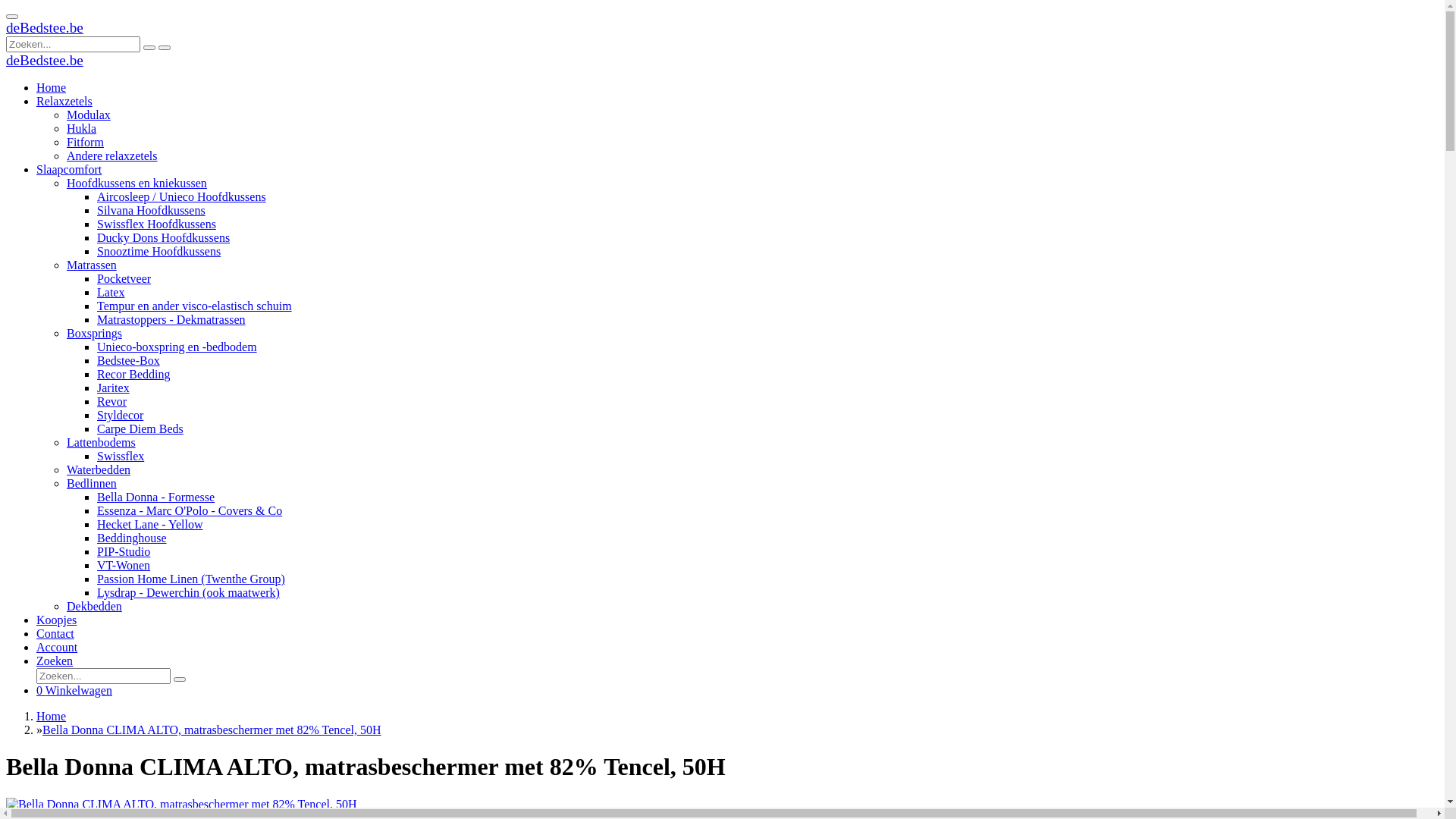 The height and width of the screenshot is (819, 1456). What do you see at coordinates (55, 633) in the screenshot?
I see `'Contact'` at bounding box center [55, 633].